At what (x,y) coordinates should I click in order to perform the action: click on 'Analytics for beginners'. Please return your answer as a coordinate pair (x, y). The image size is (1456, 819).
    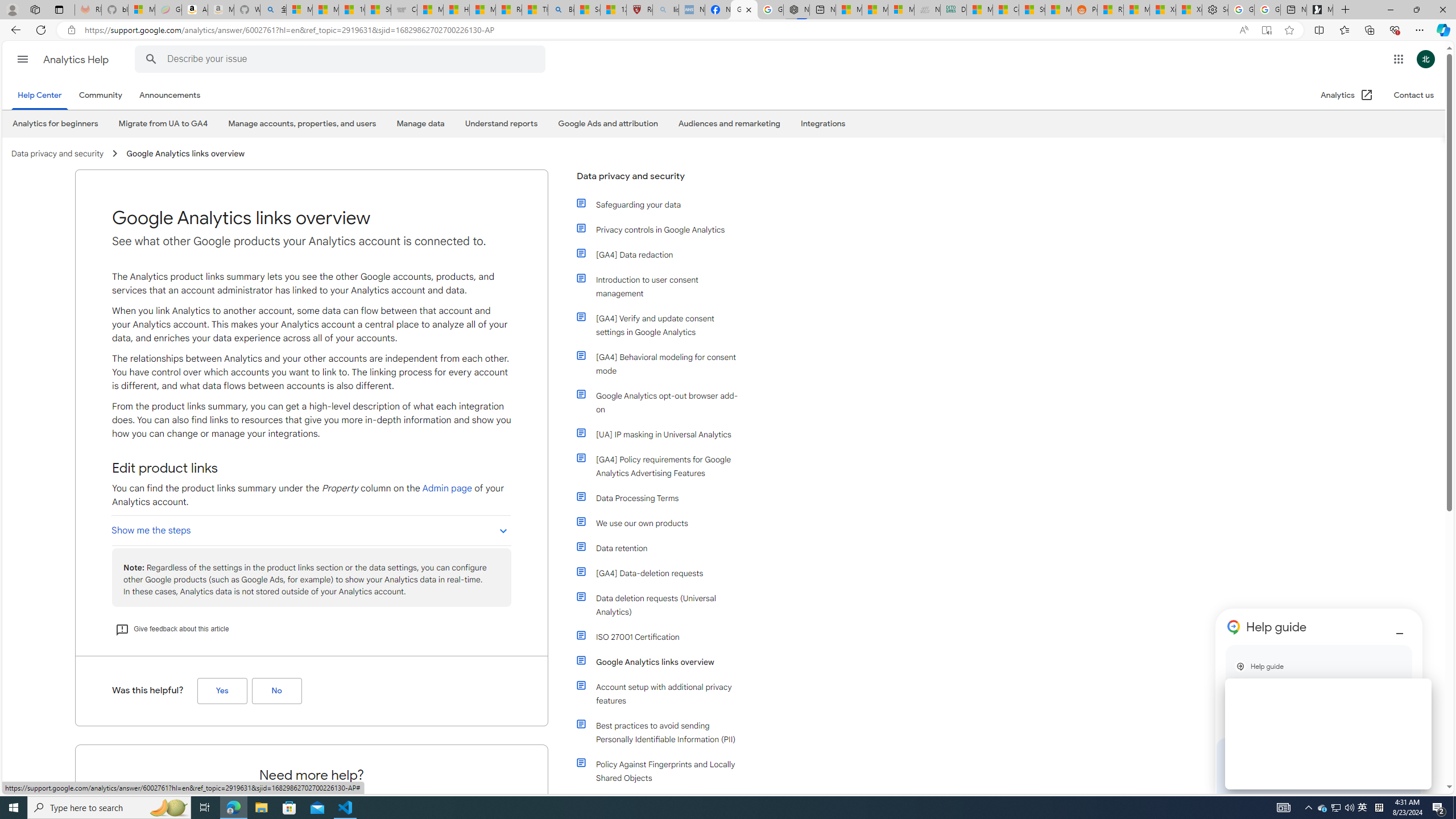
    Looking at the image, I should click on (55, 124).